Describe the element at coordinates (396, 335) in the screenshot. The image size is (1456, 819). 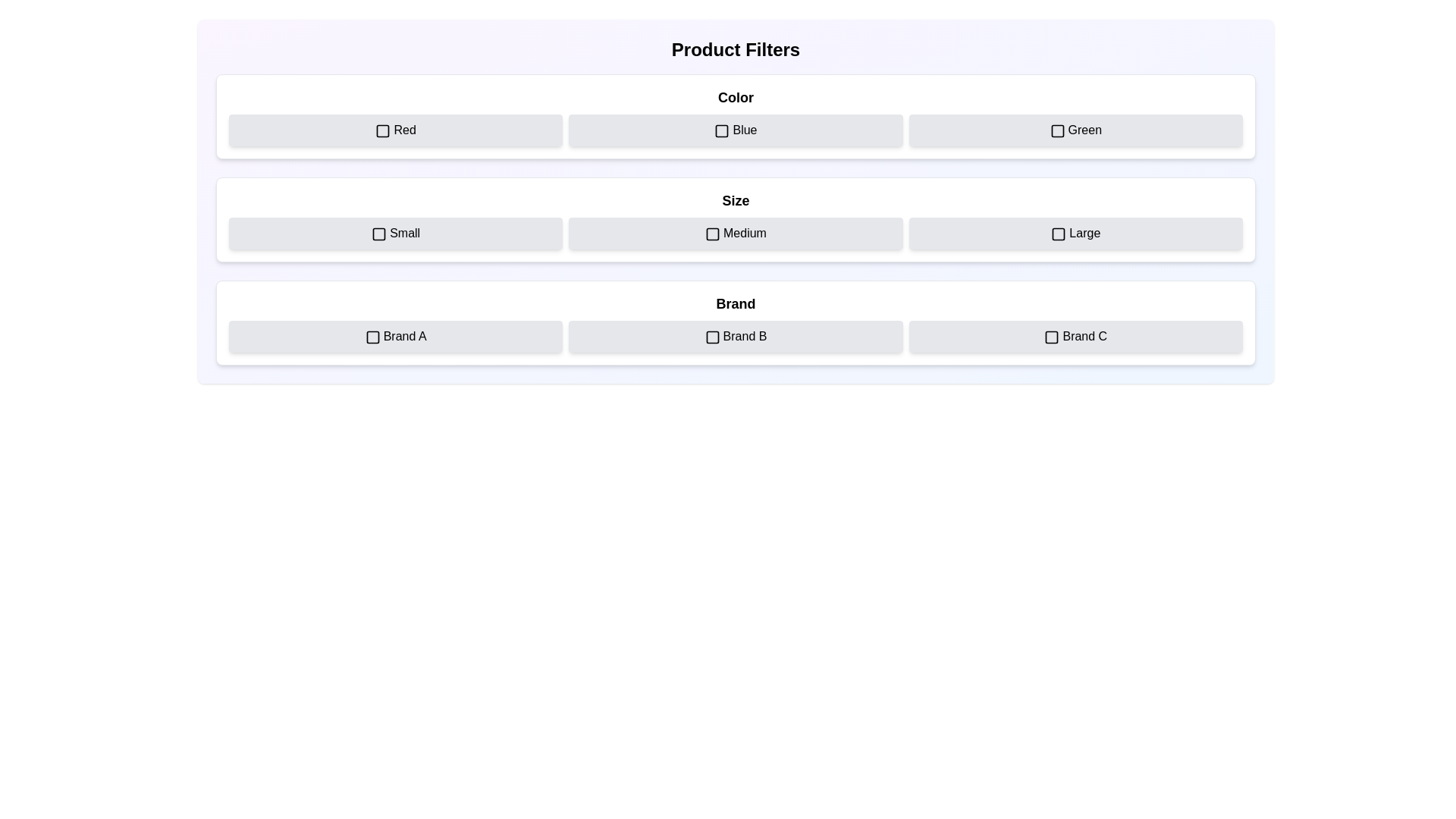
I see `the checkbox labeled 'Brand A'` at that location.